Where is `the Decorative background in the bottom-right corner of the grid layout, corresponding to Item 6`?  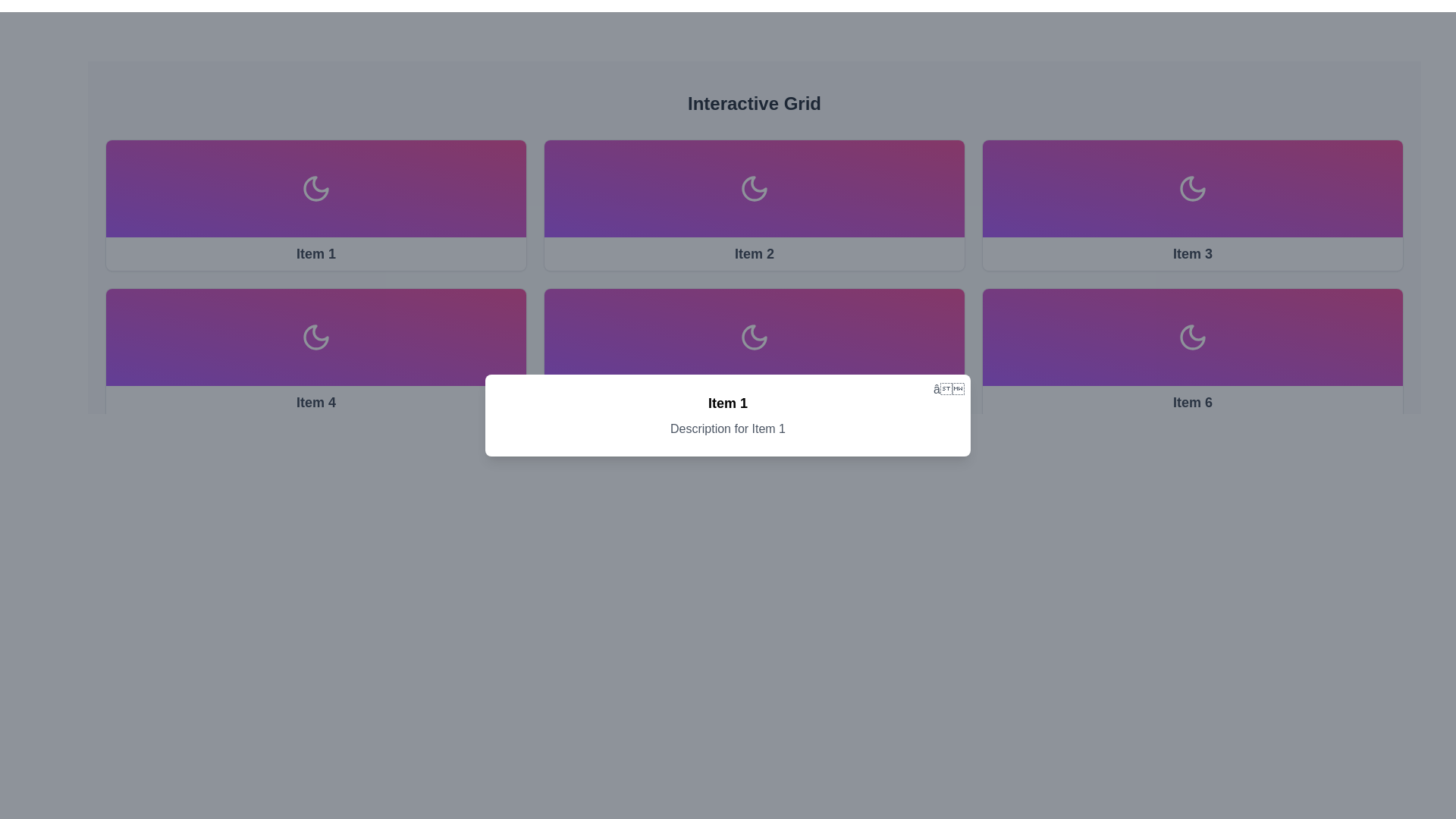
the Decorative background in the bottom-right corner of the grid layout, corresponding to Item 6 is located at coordinates (1192, 336).